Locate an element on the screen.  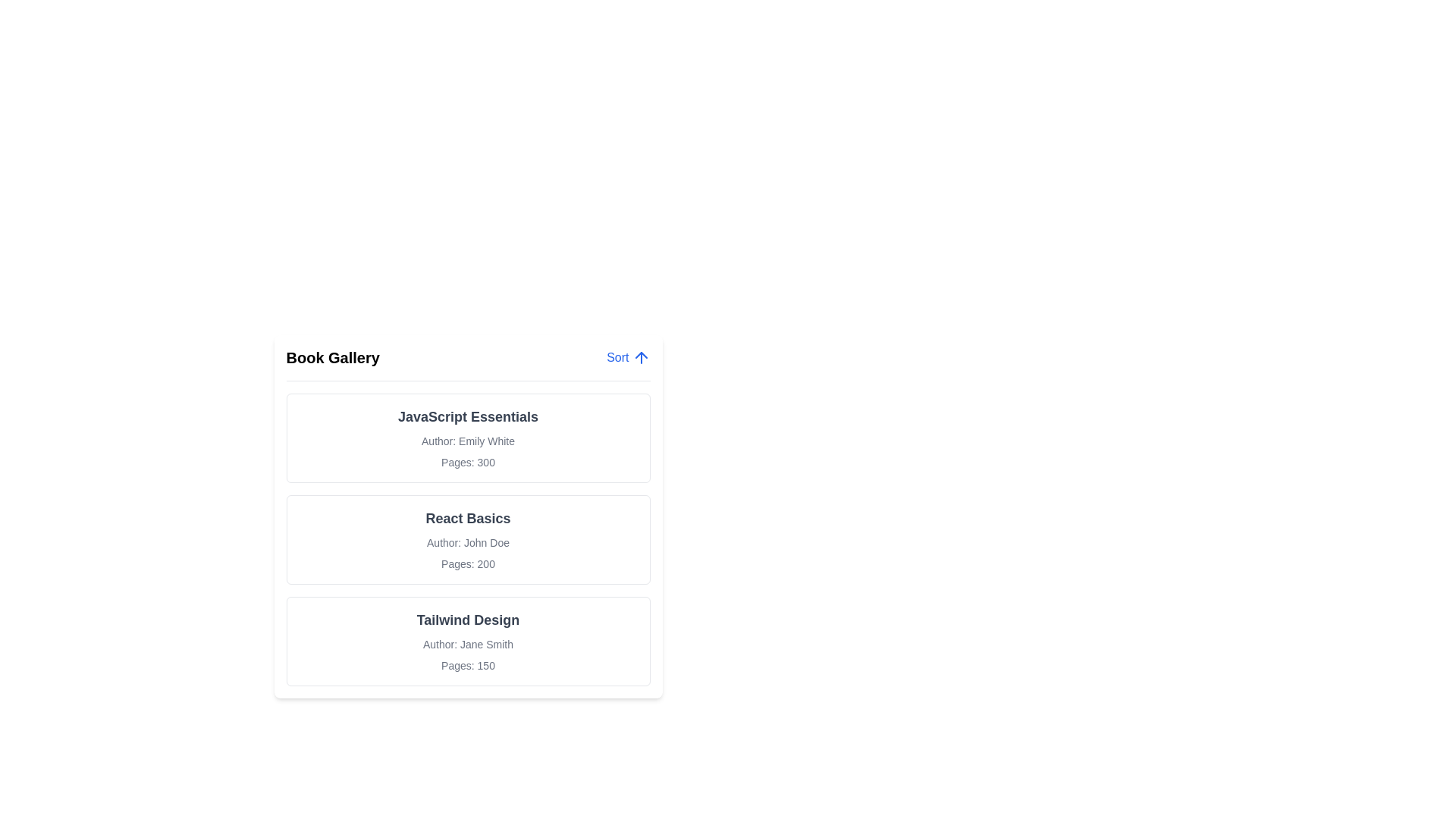
text label that displays 'Author: John Doe' located within the card for the book 'React Basics' is located at coordinates (467, 542).